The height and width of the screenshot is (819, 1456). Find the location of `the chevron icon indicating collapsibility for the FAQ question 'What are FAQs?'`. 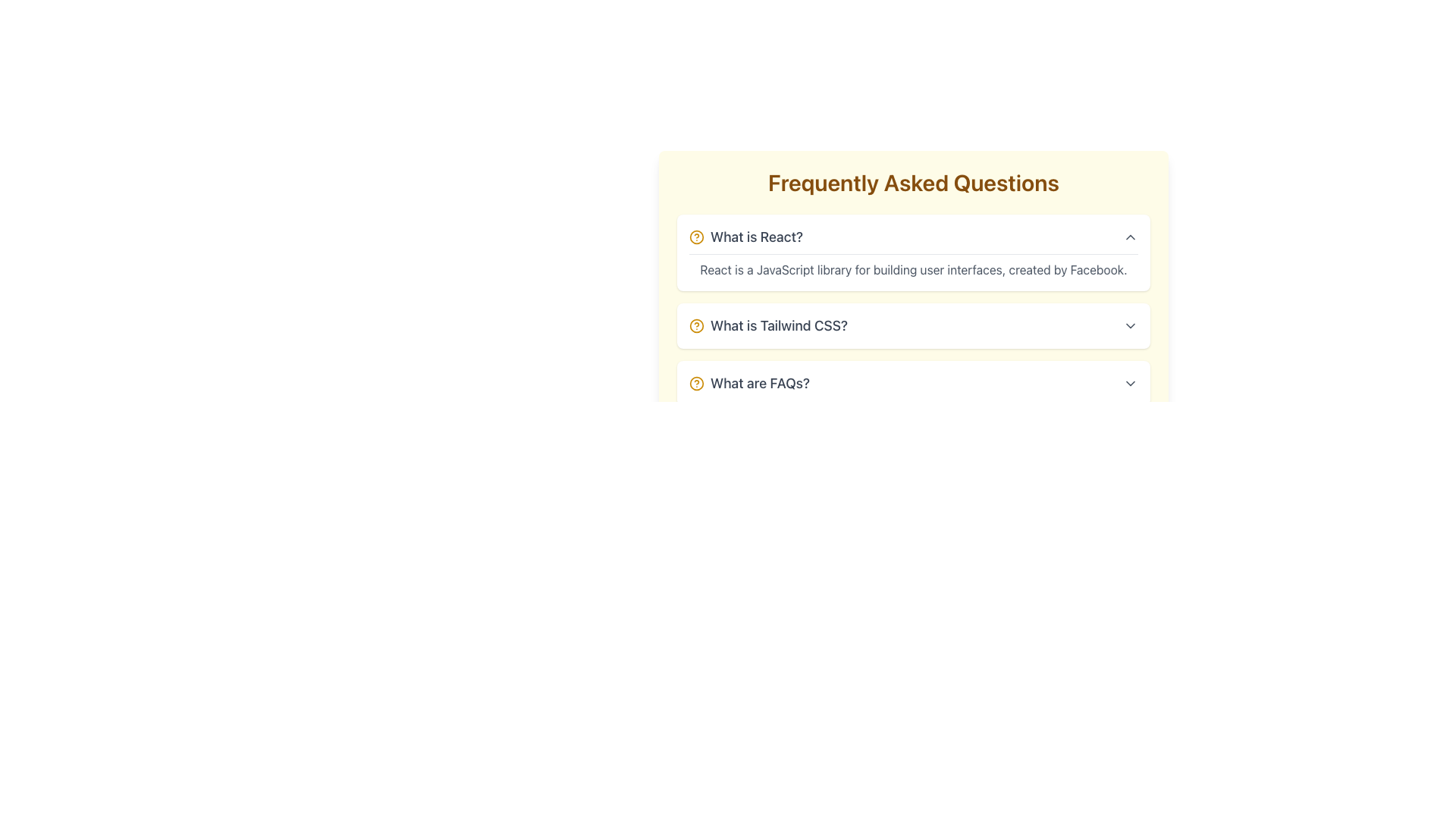

the chevron icon indicating collapsibility for the FAQ question 'What are FAQs?' is located at coordinates (1131, 382).